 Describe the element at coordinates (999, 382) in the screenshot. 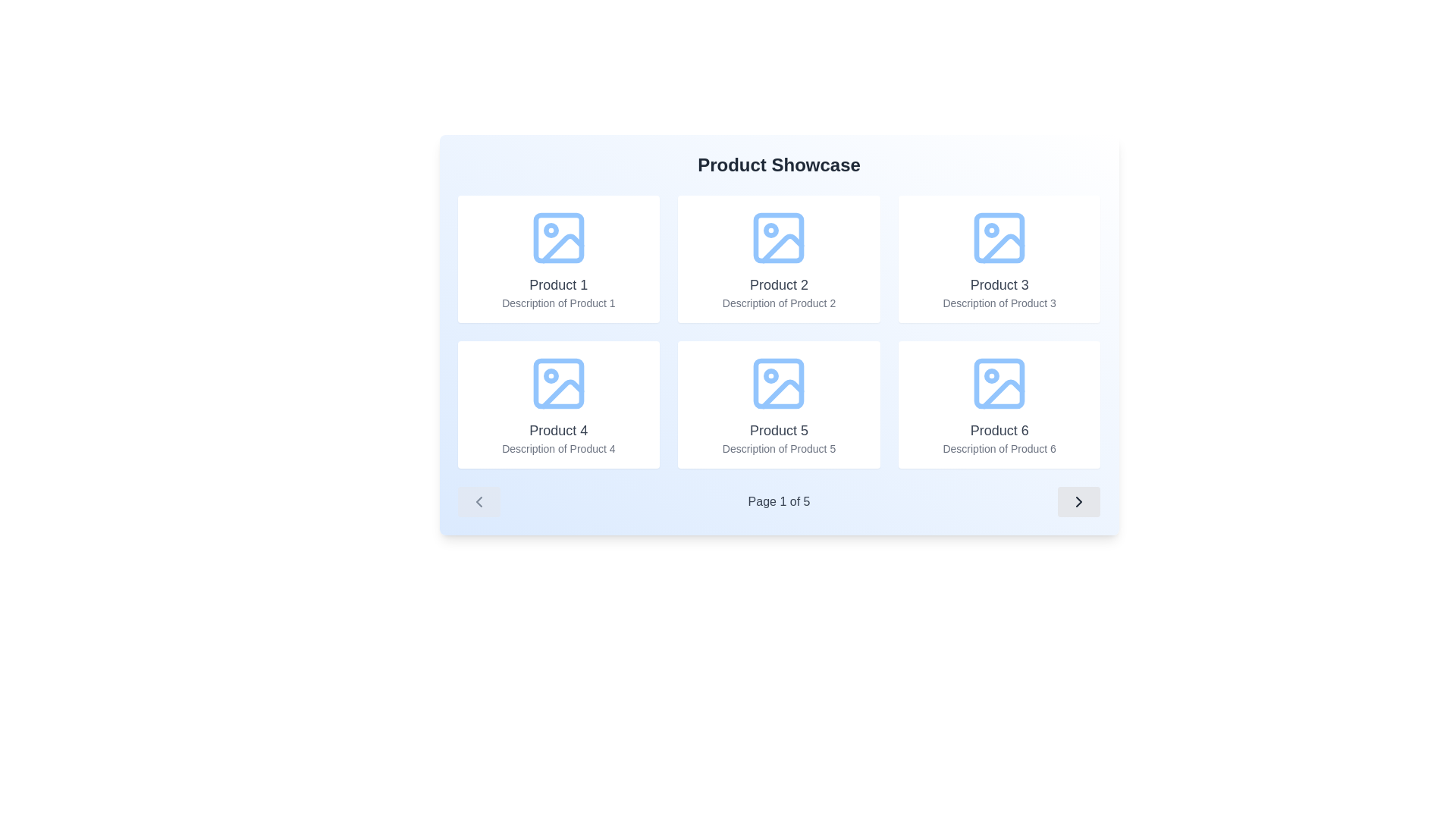

I see `the Decorative SVG element that is part of the picture icon for 'Product 6', located near the bottom-right corner of the icon layout` at that location.